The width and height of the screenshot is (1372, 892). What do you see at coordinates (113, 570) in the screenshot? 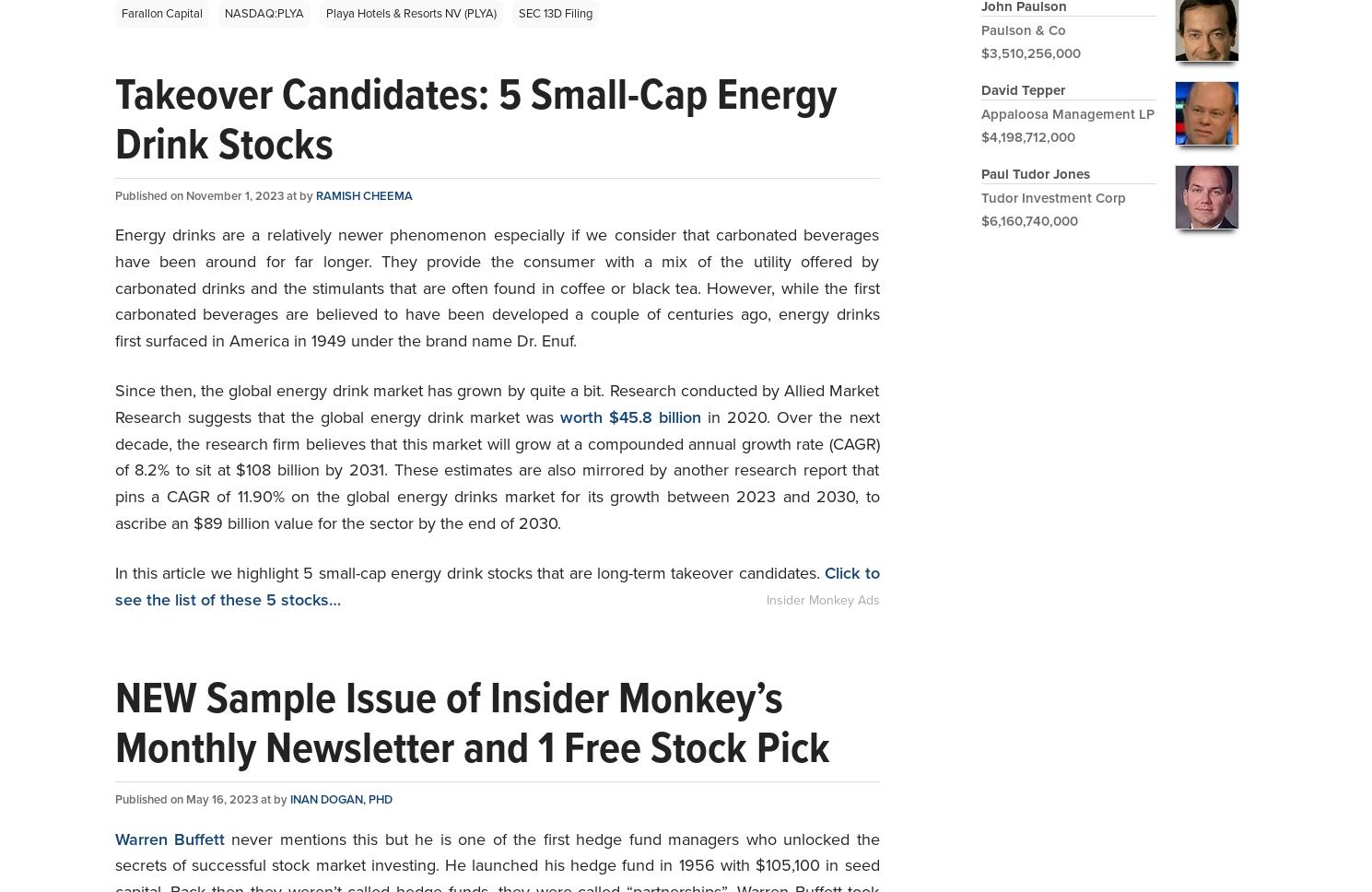
I see `'In this article we highlight 5 small-cap energy drink stocks that are long-term takeover candidates.'` at bounding box center [113, 570].